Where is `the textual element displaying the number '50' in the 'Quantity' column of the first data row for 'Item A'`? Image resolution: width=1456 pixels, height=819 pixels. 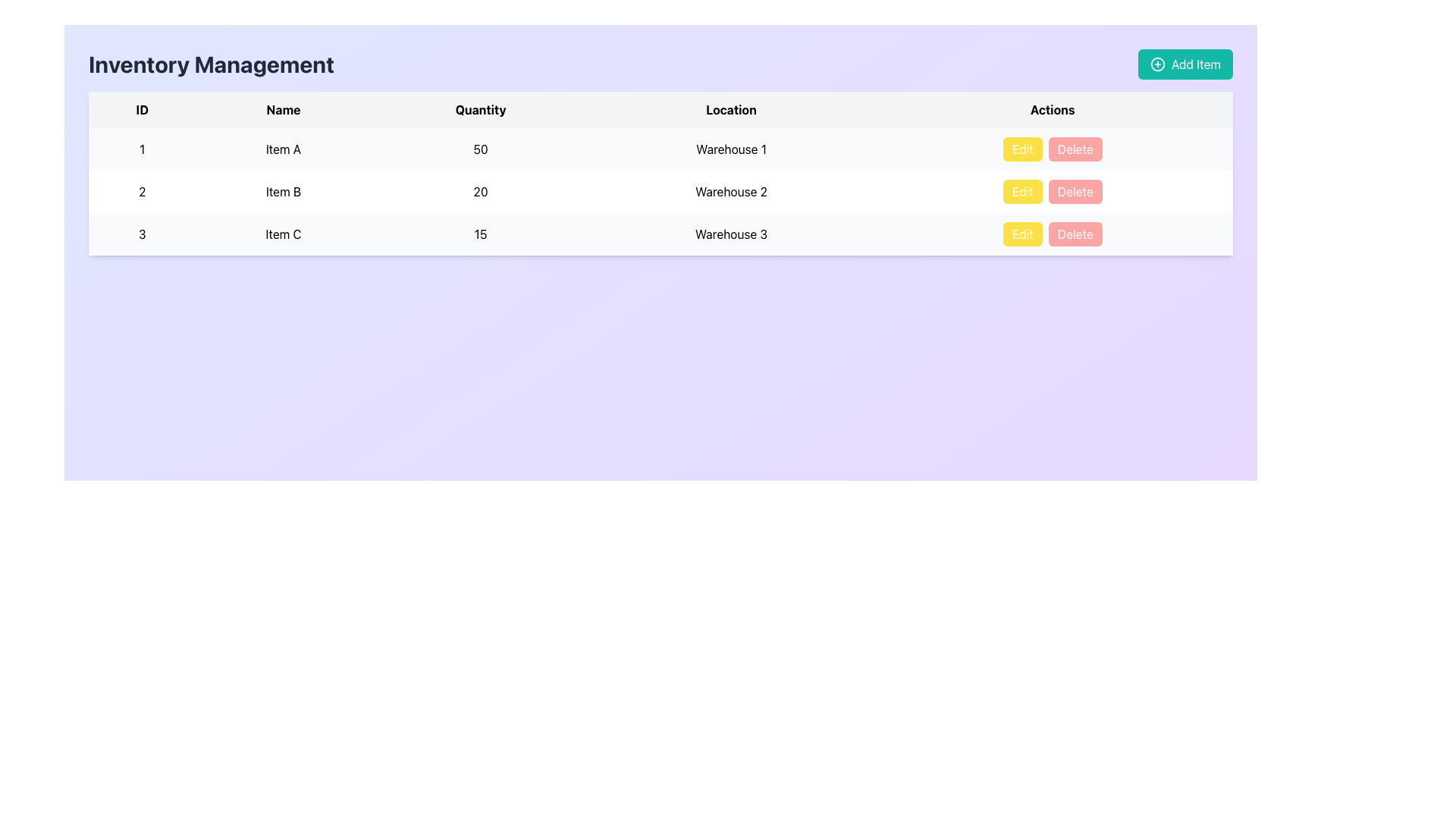 the textual element displaying the number '50' in the 'Quantity' column of the first data row for 'Item A' is located at coordinates (479, 149).